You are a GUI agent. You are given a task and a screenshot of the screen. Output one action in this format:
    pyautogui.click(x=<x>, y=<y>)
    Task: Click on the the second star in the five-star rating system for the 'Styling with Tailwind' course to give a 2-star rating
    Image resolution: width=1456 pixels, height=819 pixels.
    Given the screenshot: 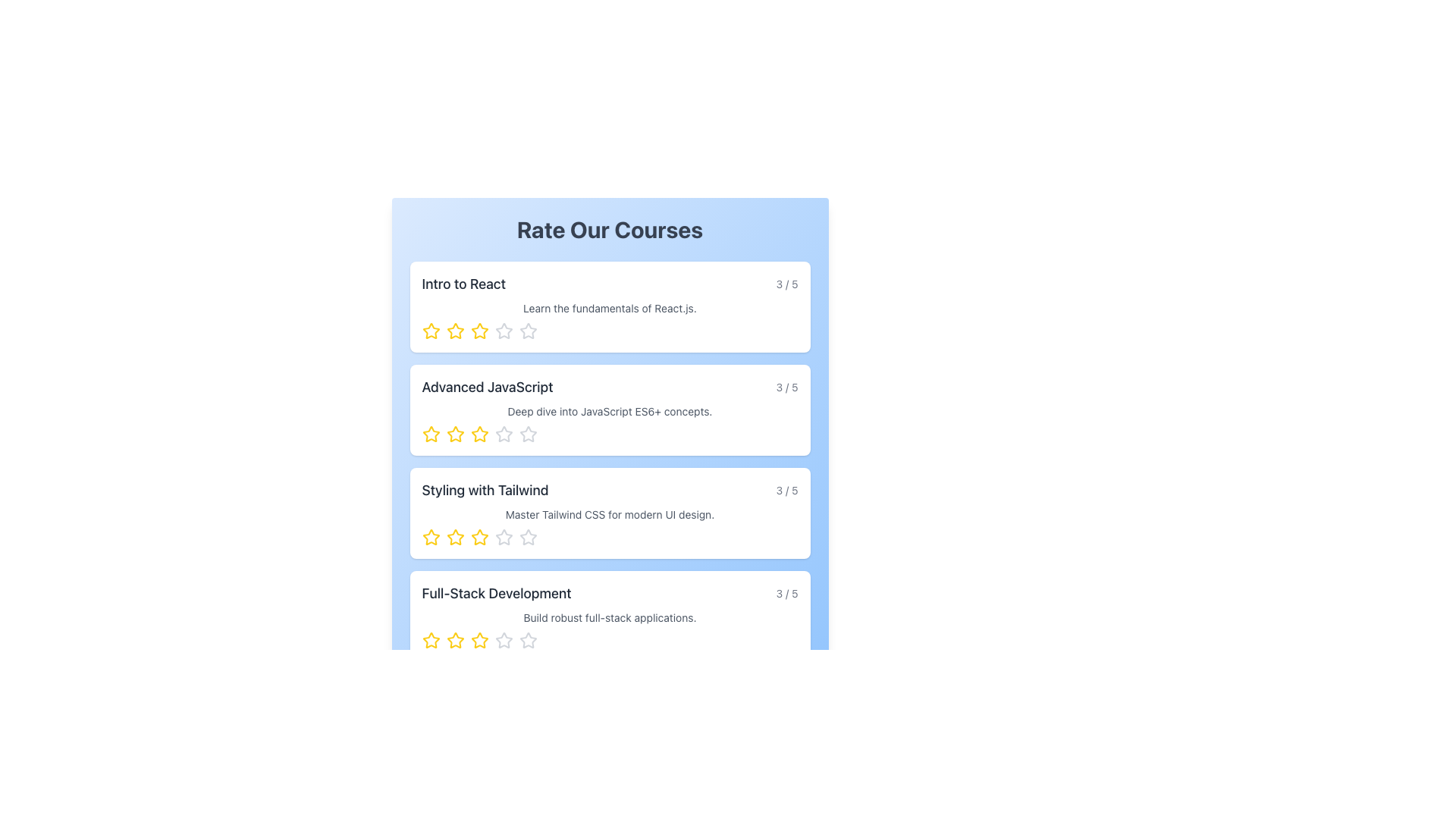 What is the action you would take?
    pyautogui.click(x=454, y=536)
    